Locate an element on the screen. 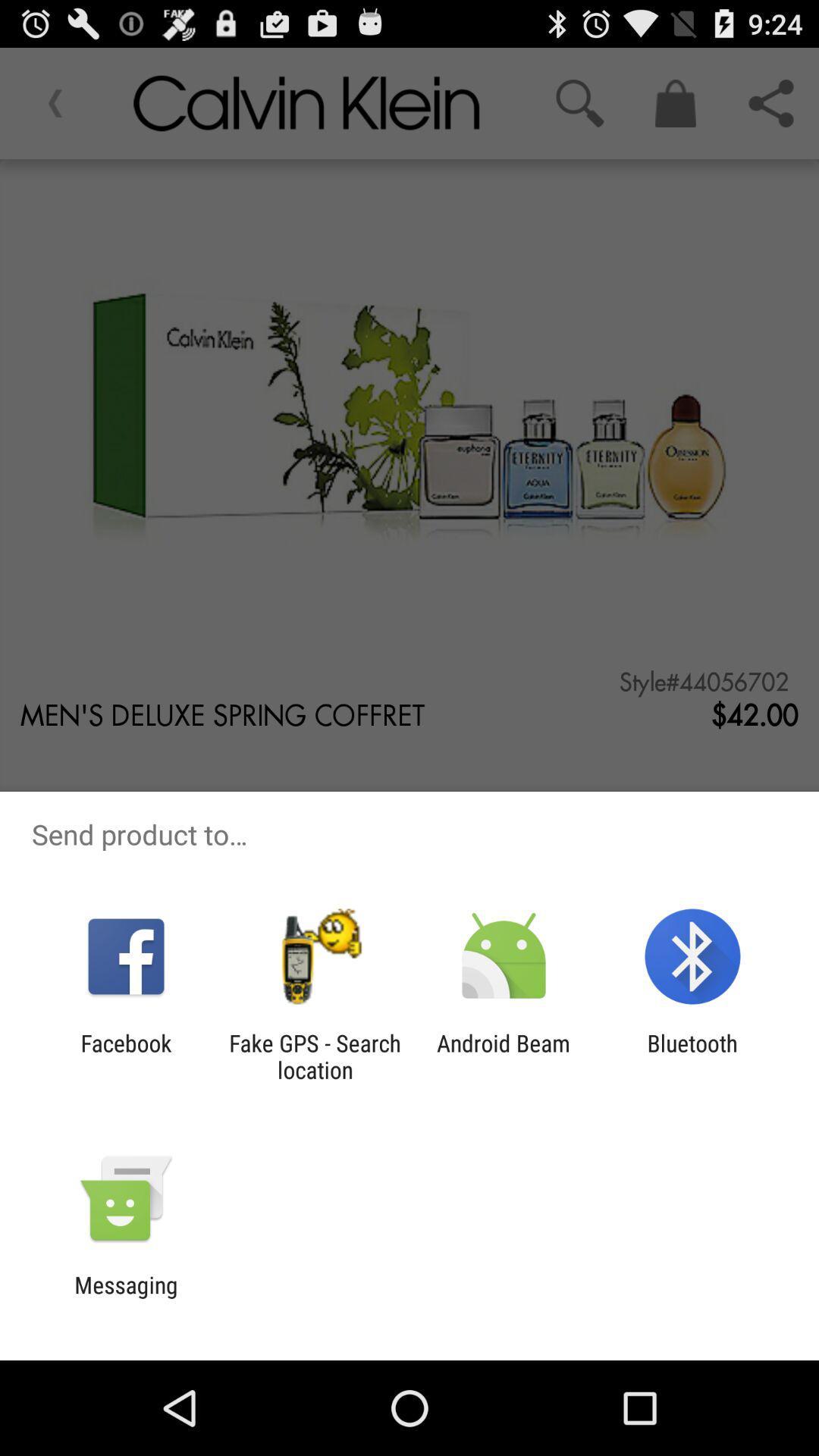 Image resolution: width=819 pixels, height=1456 pixels. app next to bluetooth item is located at coordinates (504, 1056).